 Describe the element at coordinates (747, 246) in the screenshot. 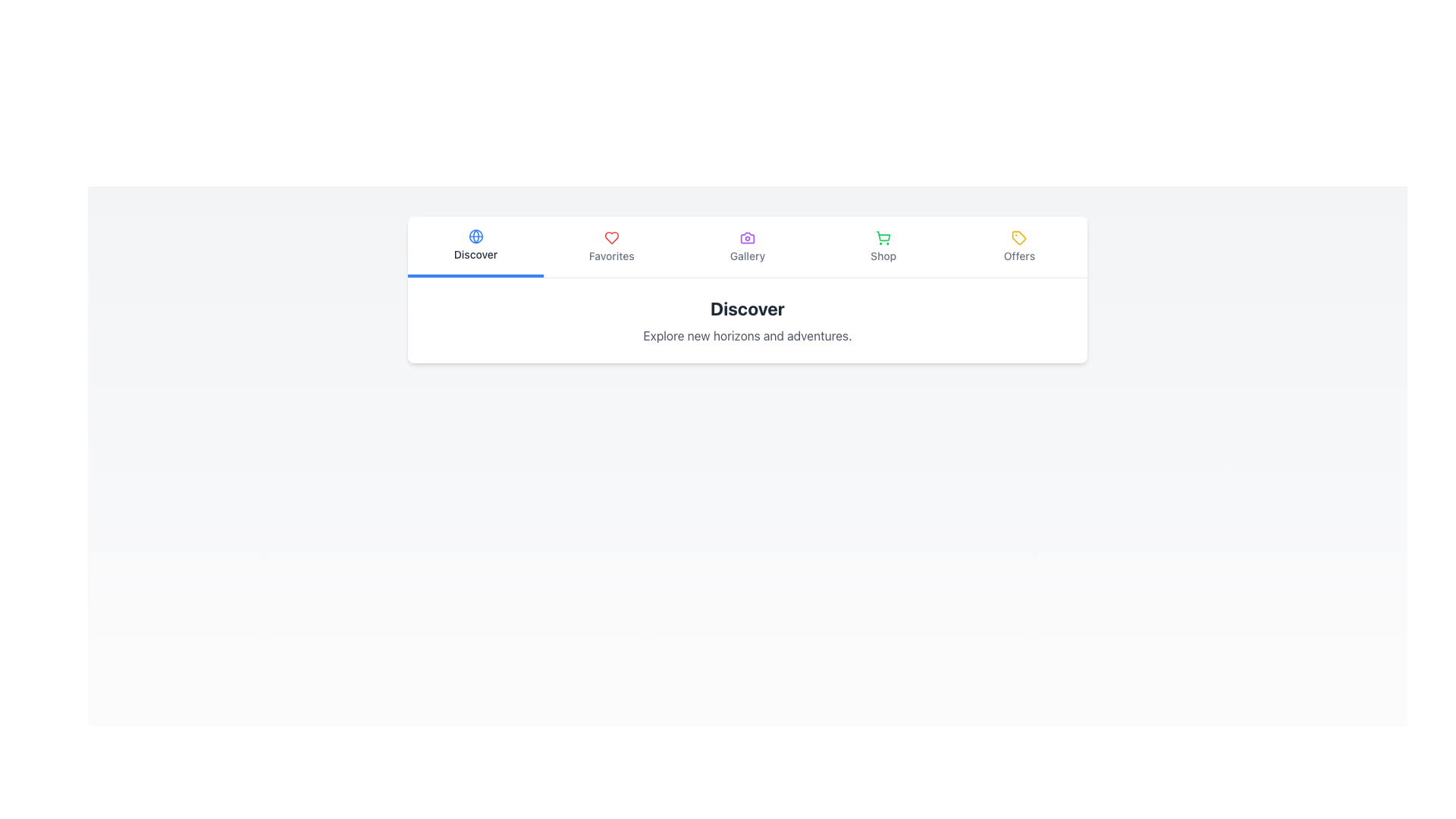

I see `the Navigation Menu Bar` at that location.